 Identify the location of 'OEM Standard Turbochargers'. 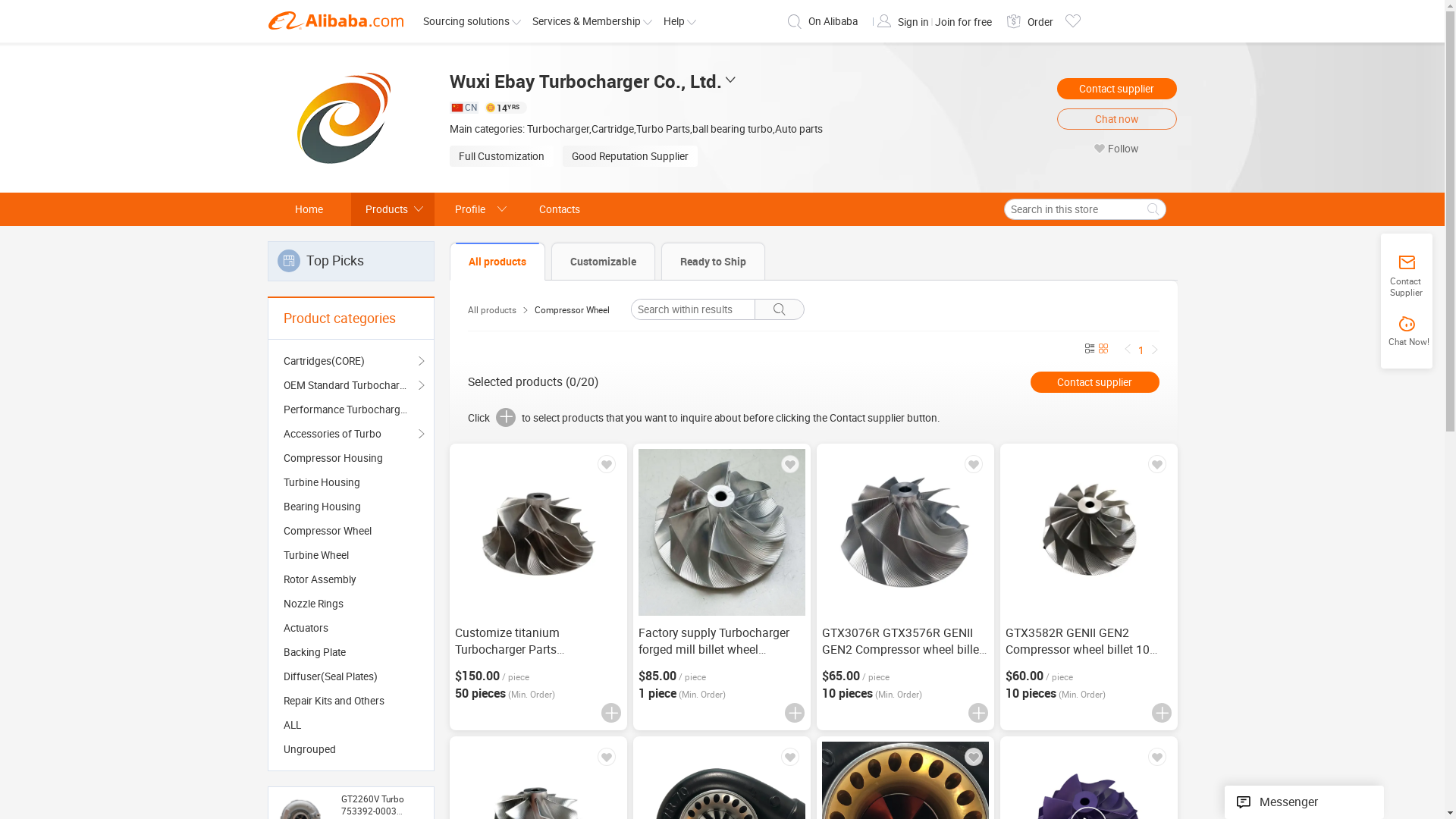
(284, 384).